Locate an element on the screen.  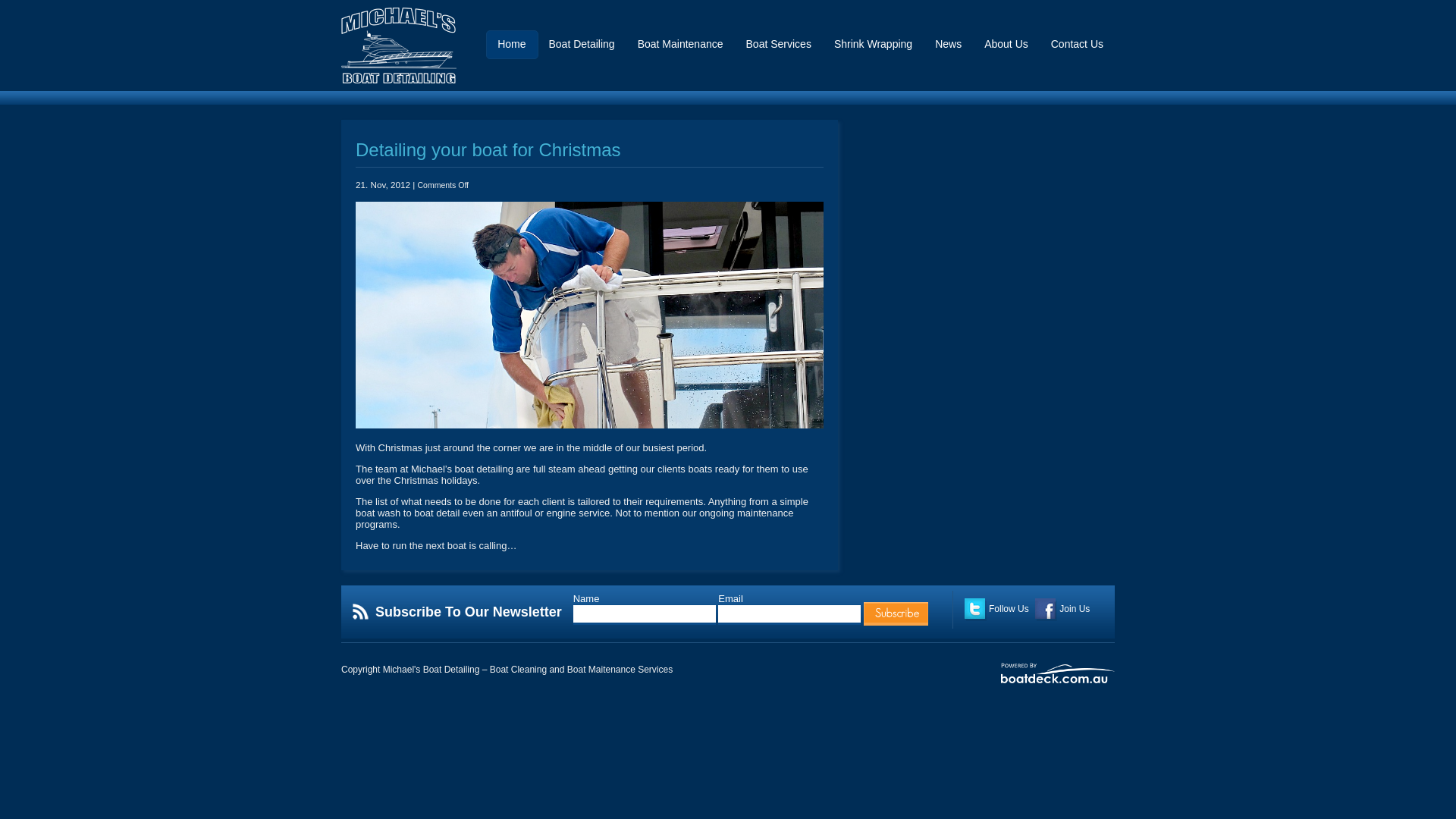
'About Us' is located at coordinates (1006, 49).